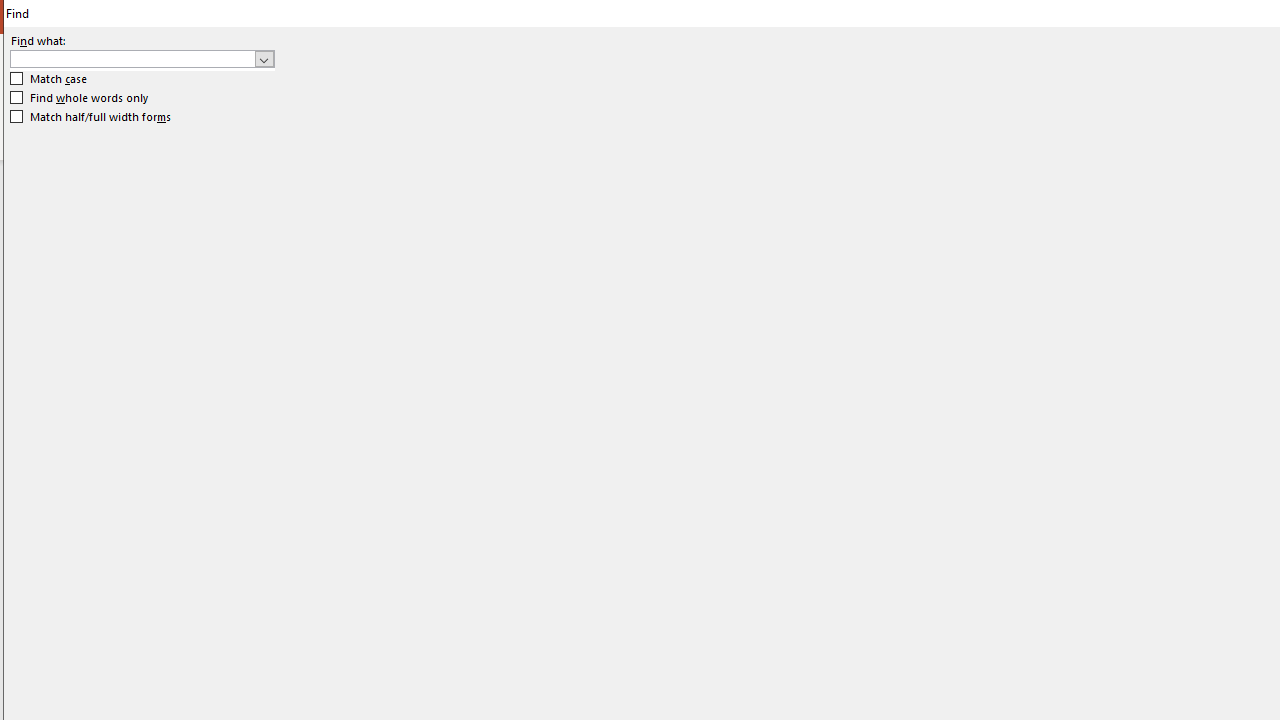 The image size is (1280, 720). Describe the element at coordinates (49, 78) in the screenshot. I see `'Match case'` at that location.